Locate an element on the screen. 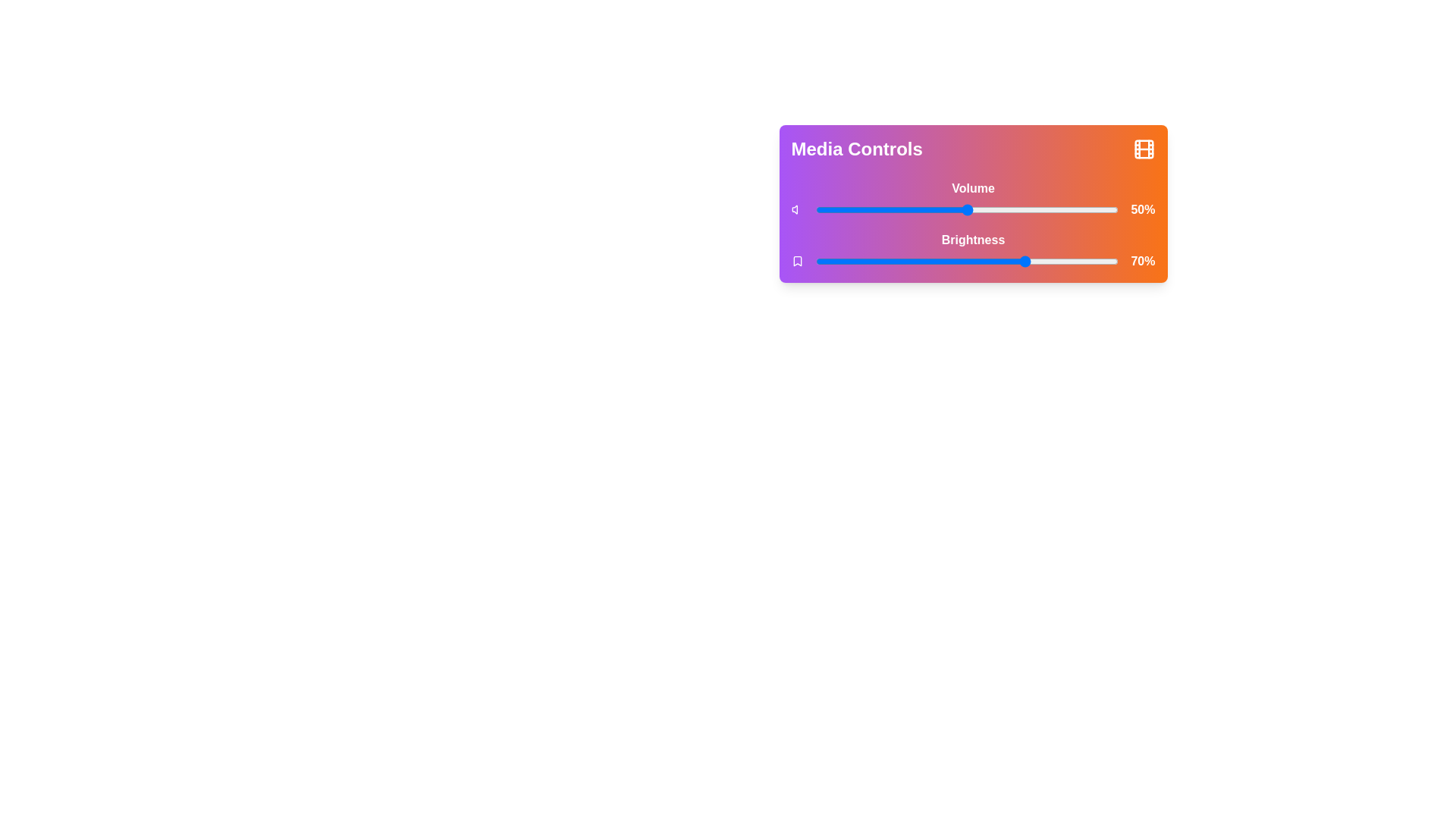 The image size is (1456, 819). the brightness slider to 12% is located at coordinates (852, 260).